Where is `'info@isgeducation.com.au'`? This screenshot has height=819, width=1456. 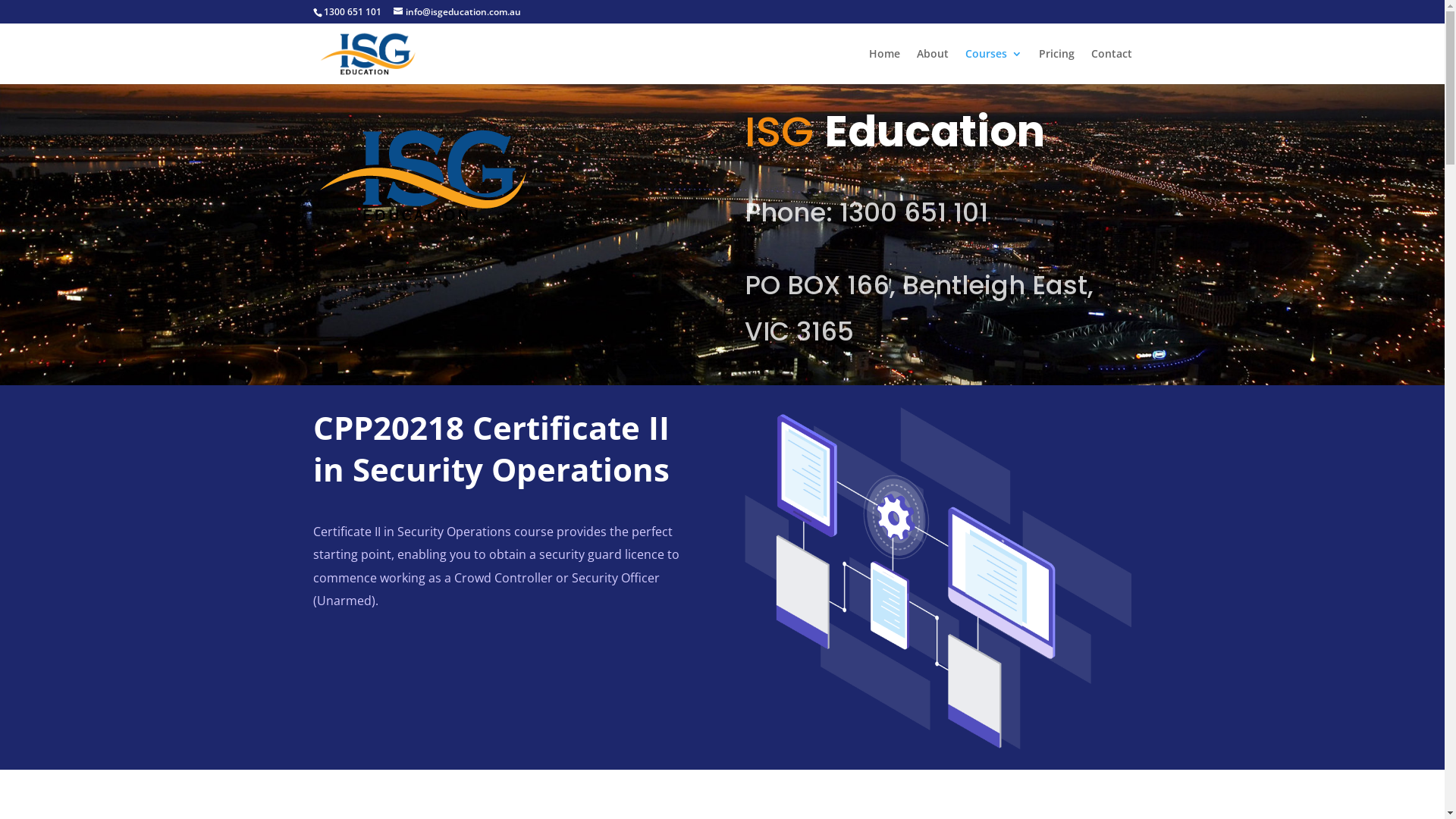 'info@isgeducation.com.au' is located at coordinates (455, 11).